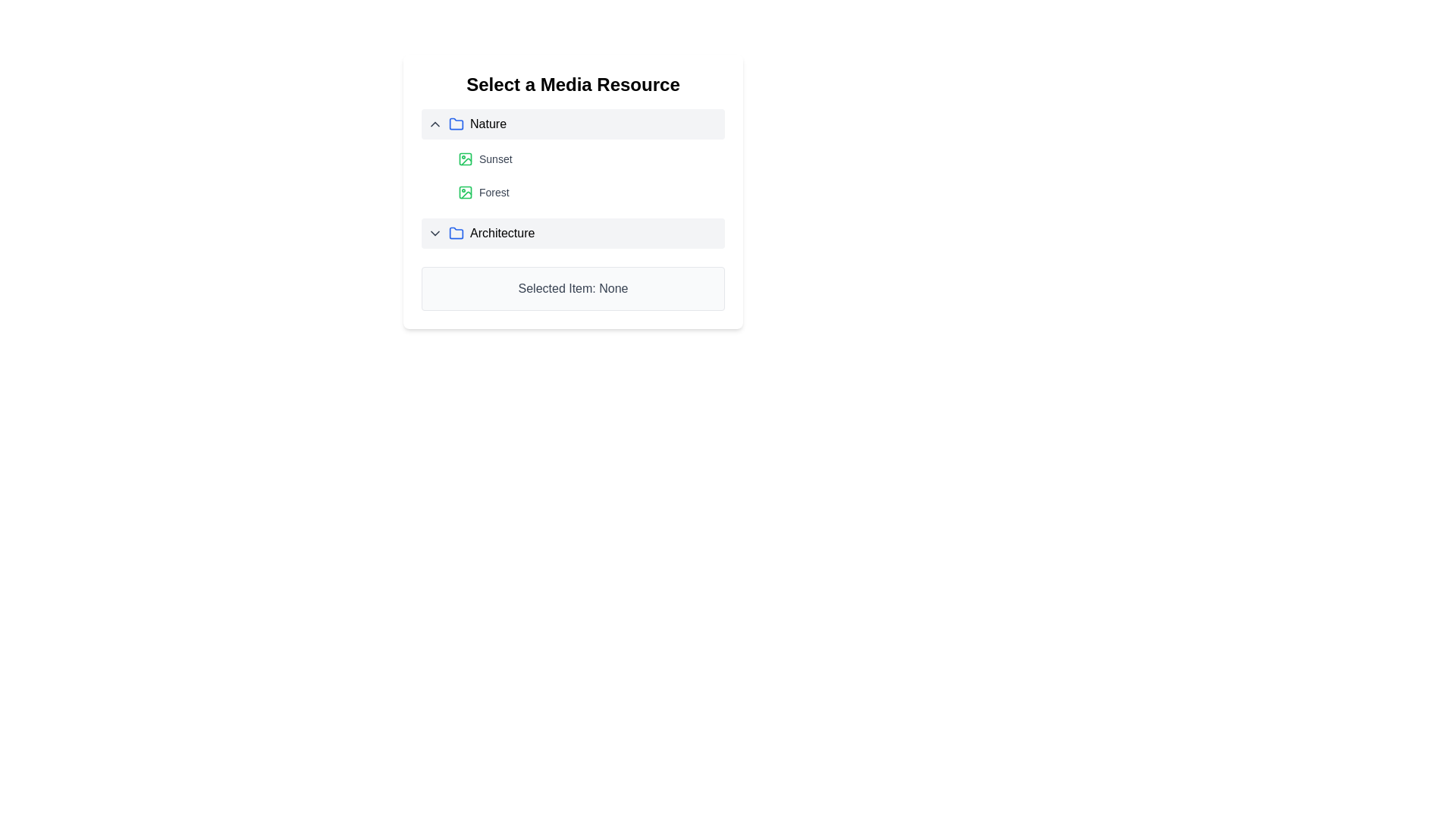 The image size is (1456, 819). What do you see at coordinates (465, 192) in the screenshot?
I see `the green-tinted square-shaped icon with rounded corners that contains a small circle and an angled line, located to the left of the text 'Forest' in the 'Nature' section` at bounding box center [465, 192].